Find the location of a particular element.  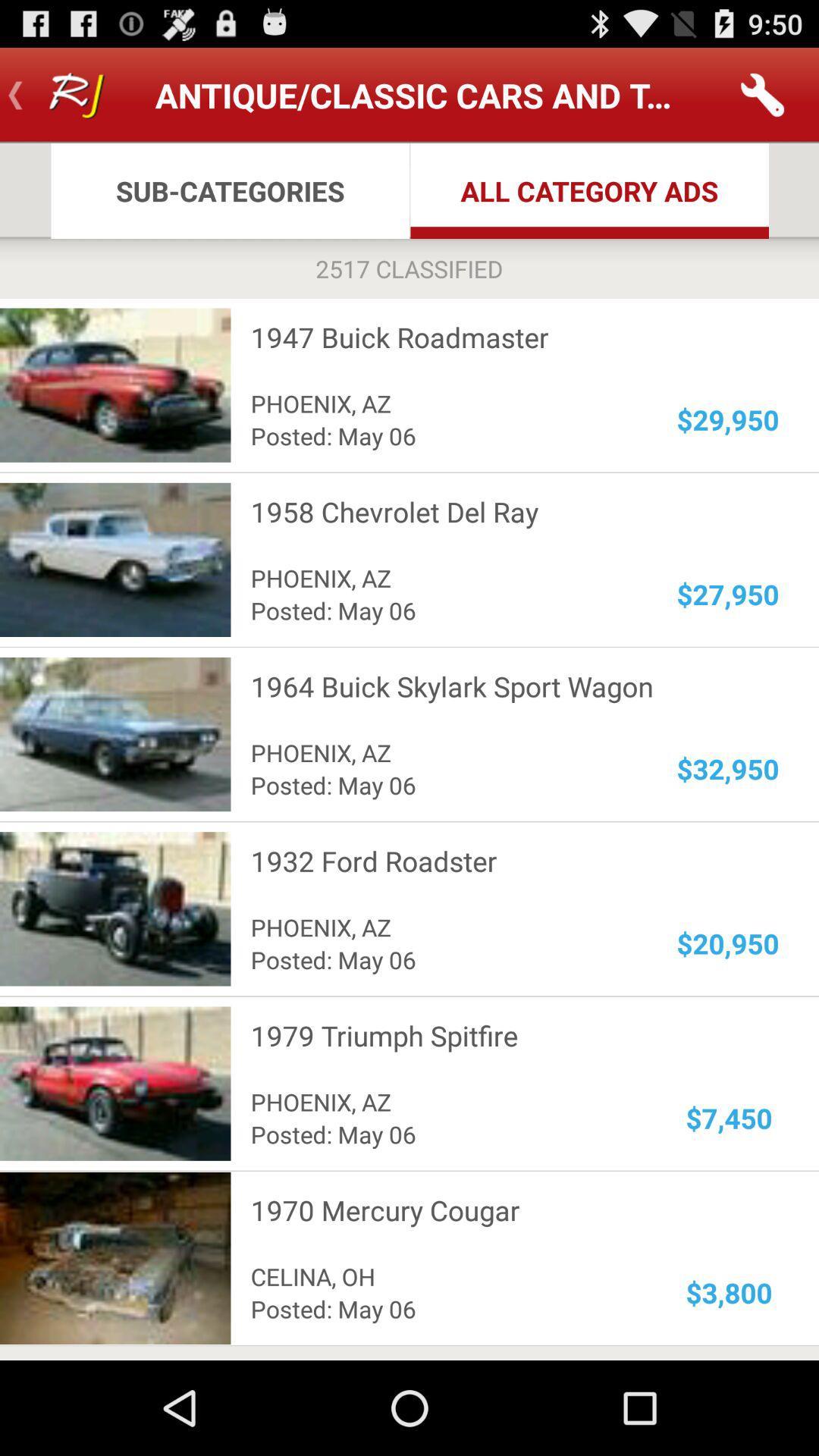

item below 1970 mercury cougar is located at coordinates (728, 1291).